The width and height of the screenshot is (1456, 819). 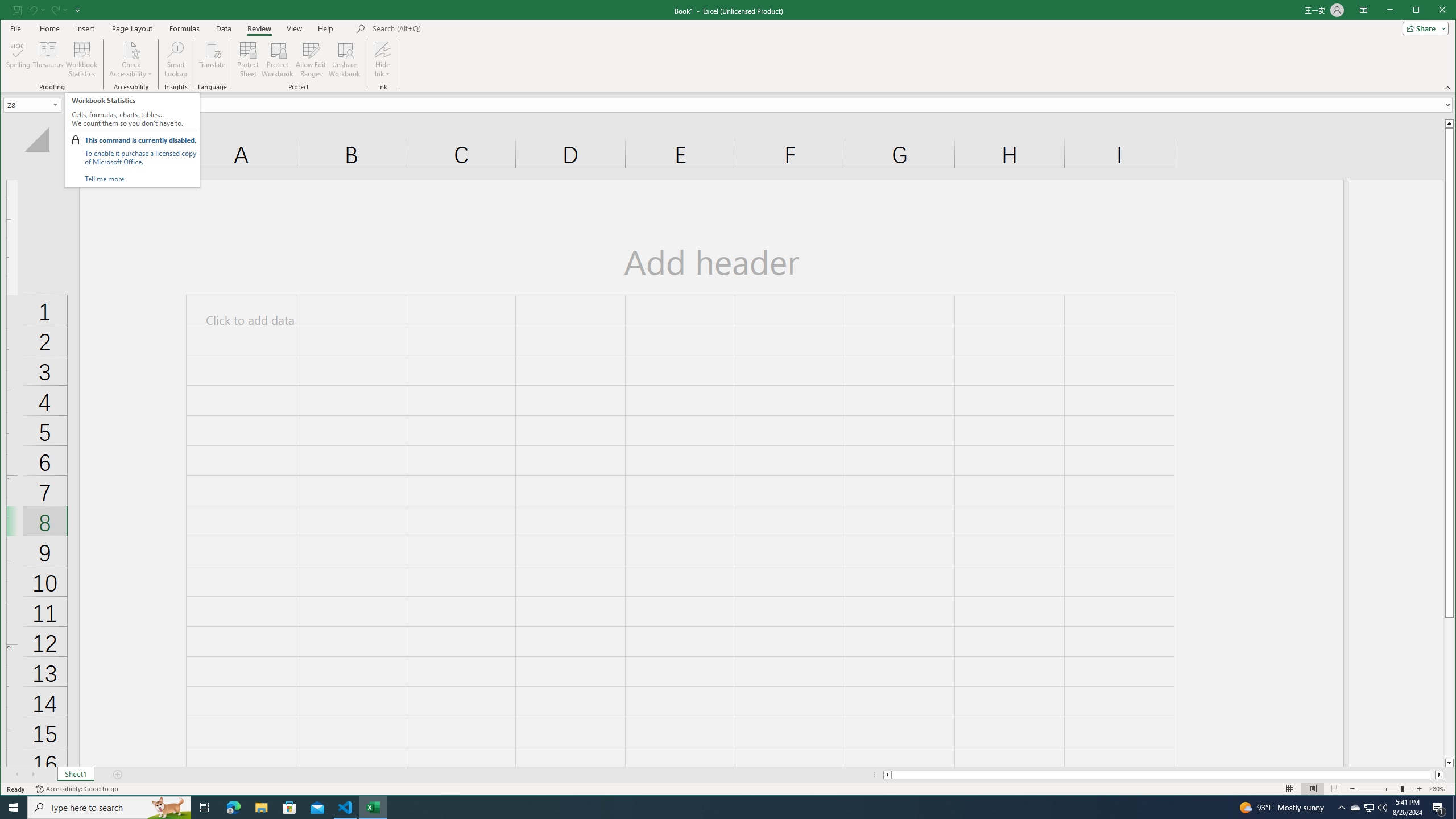 What do you see at coordinates (109, 806) in the screenshot?
I see `'Type here to search'` at bounding box center [109, 806].